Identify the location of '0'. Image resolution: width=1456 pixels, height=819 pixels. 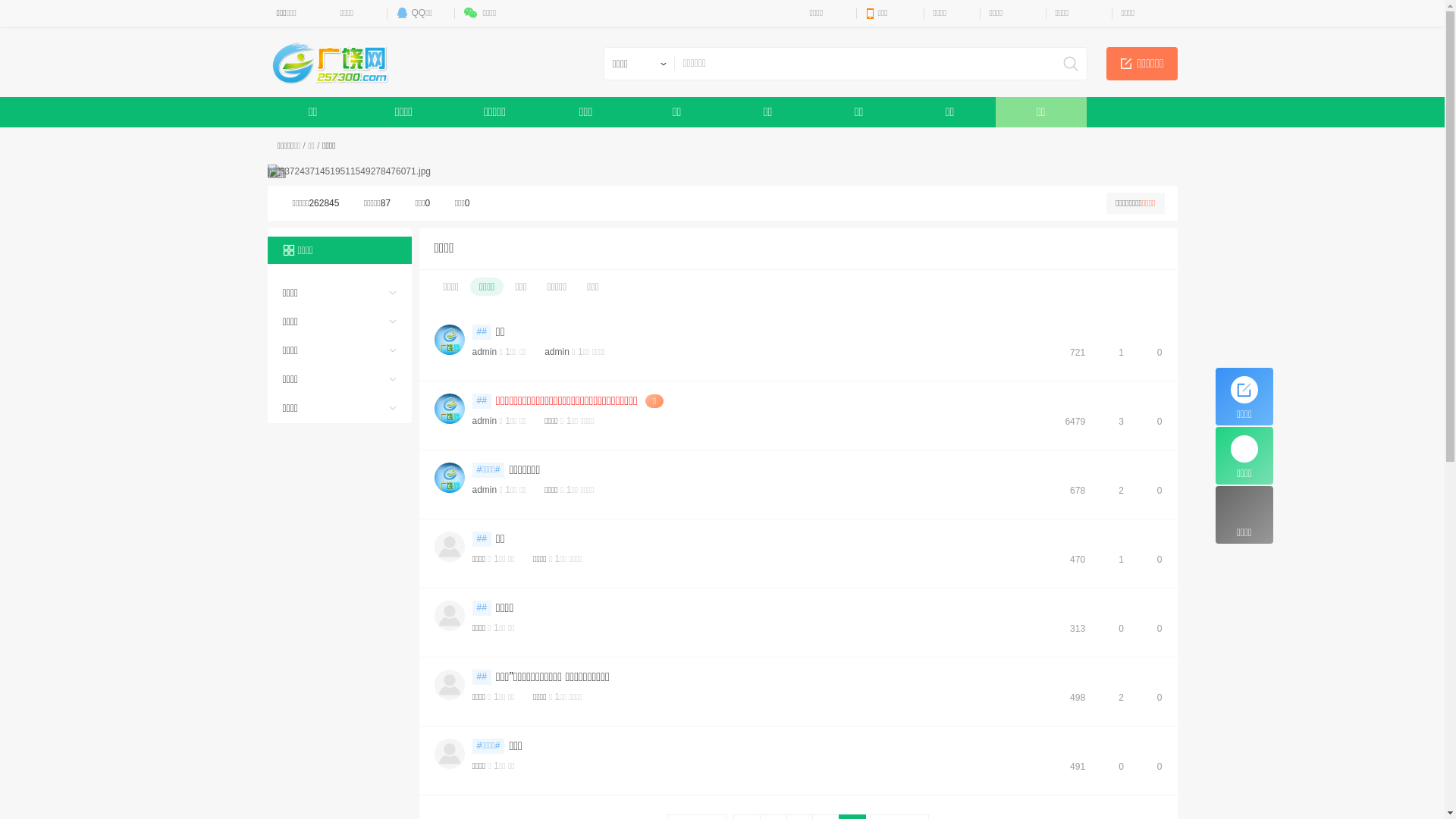
(1113, 766).